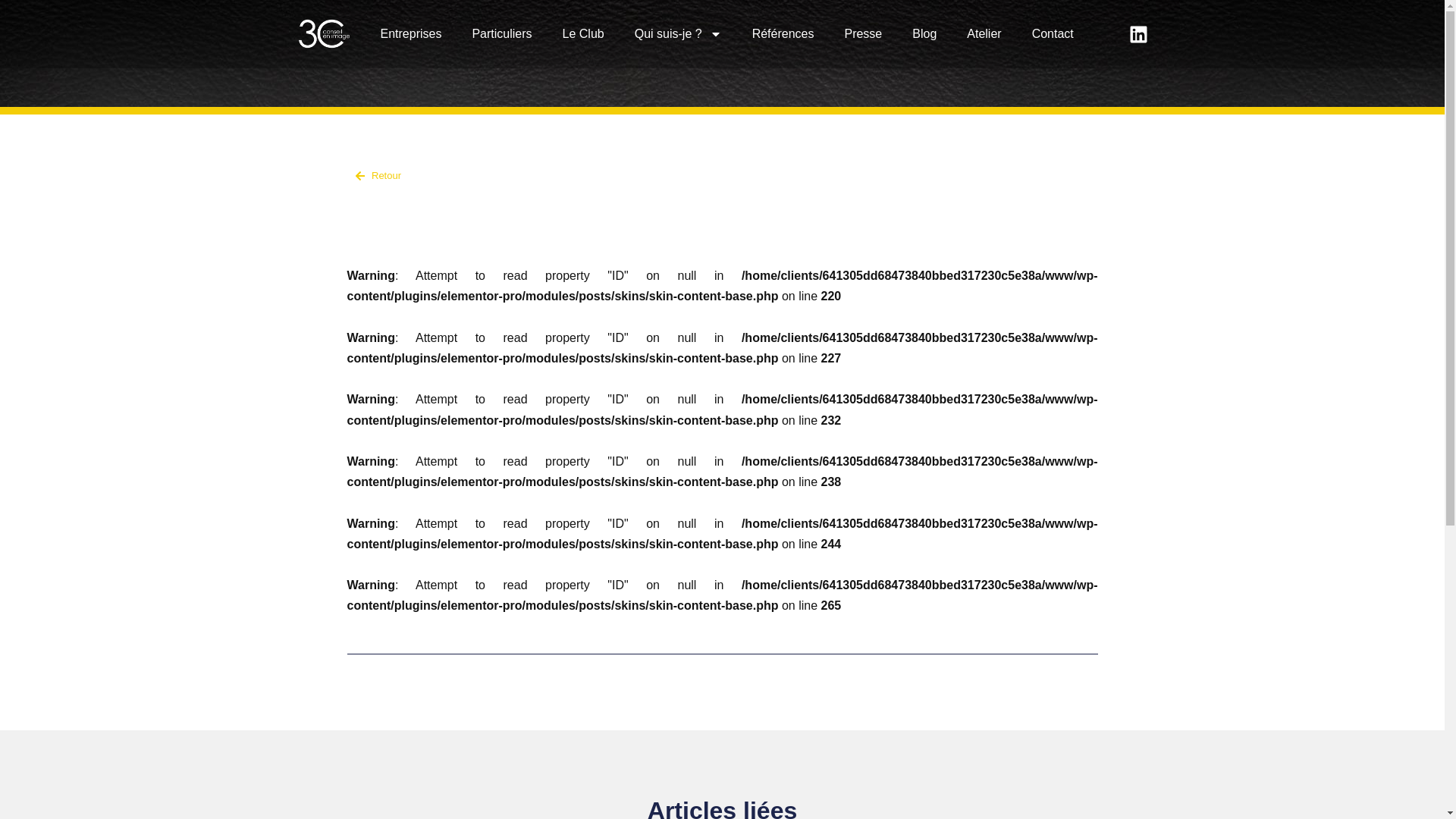 This screenshot has height=819, width=1456. Describe the element at coordinates (582, 34) in the screenshot. I see `'Le Club'` at that location.